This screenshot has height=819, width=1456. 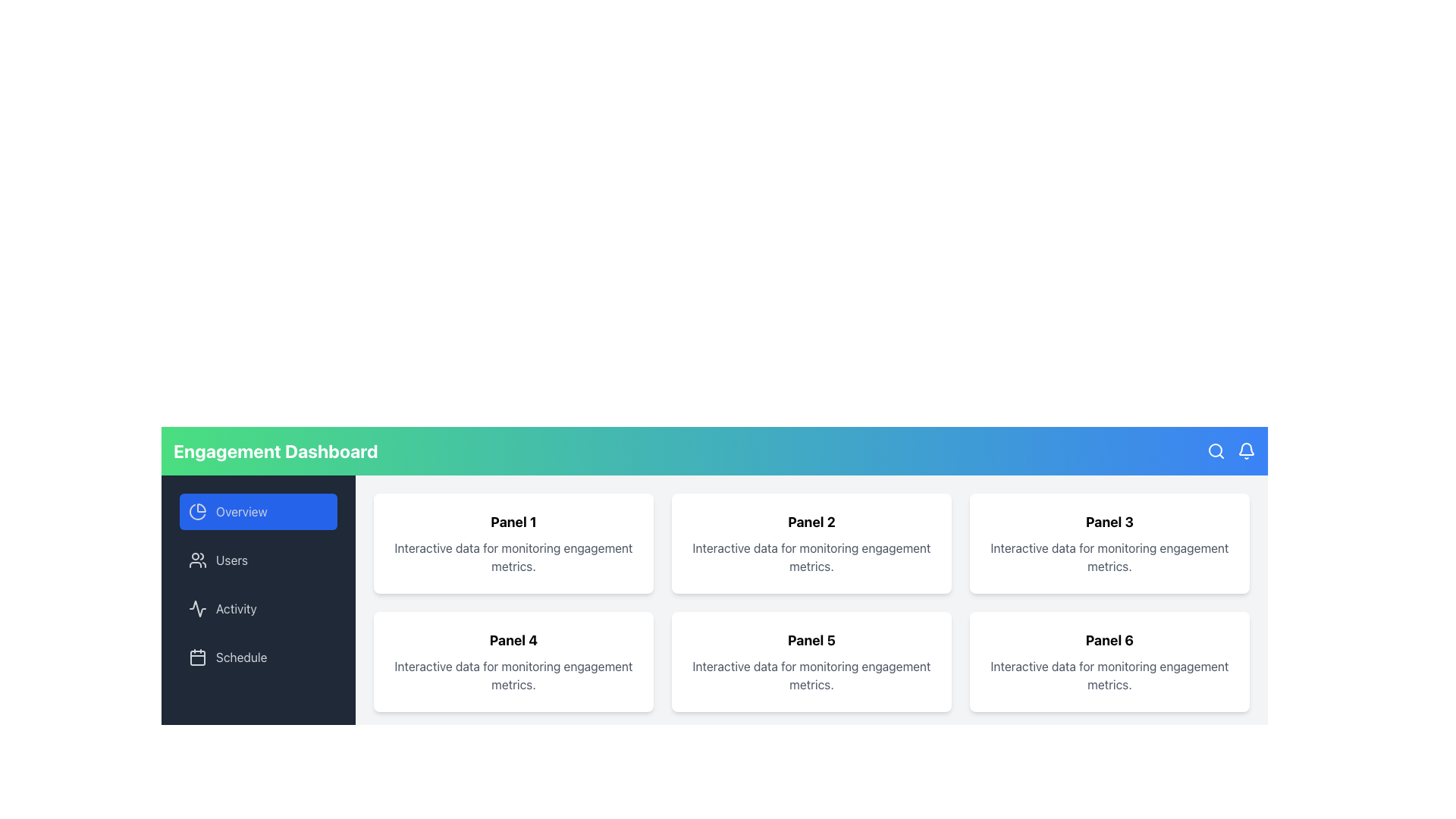 I want to click on text from the 'Panel 6' header, which is a bold and large text label located at the top of the sixth card in a grid layout on the dashboard interface, so click(x=1109, y=640).